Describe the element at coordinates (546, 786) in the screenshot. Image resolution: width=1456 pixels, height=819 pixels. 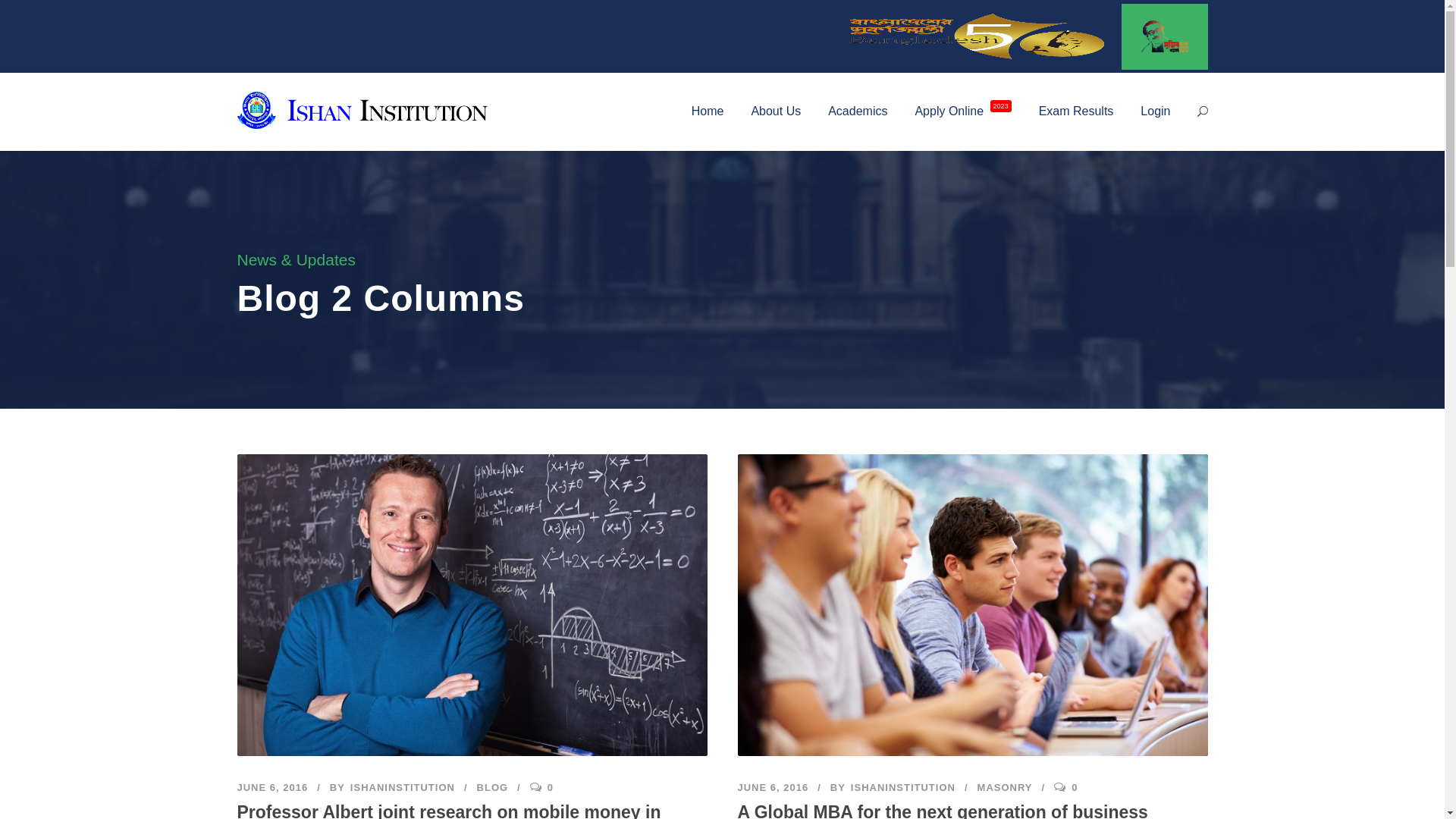
I see `'0'` at that location.